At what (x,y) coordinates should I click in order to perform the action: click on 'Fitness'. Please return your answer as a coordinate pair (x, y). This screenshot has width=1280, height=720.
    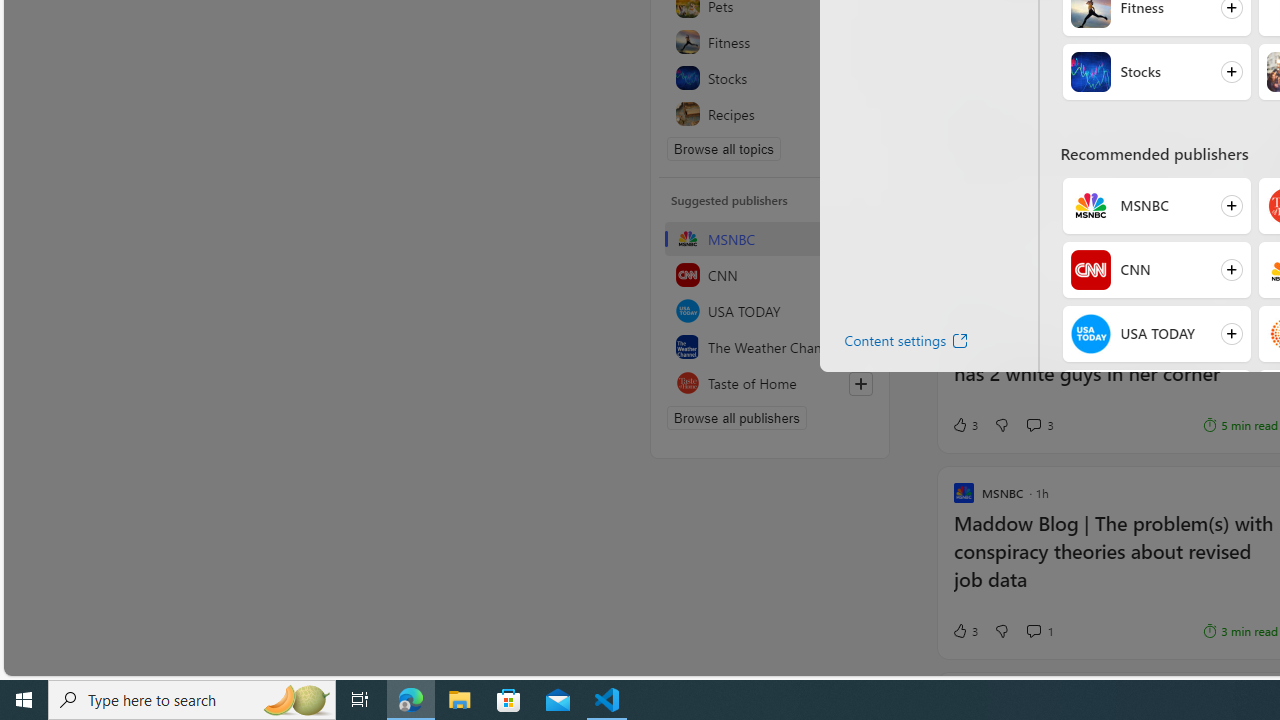
    Looking at the image, I should click on (769, 42).